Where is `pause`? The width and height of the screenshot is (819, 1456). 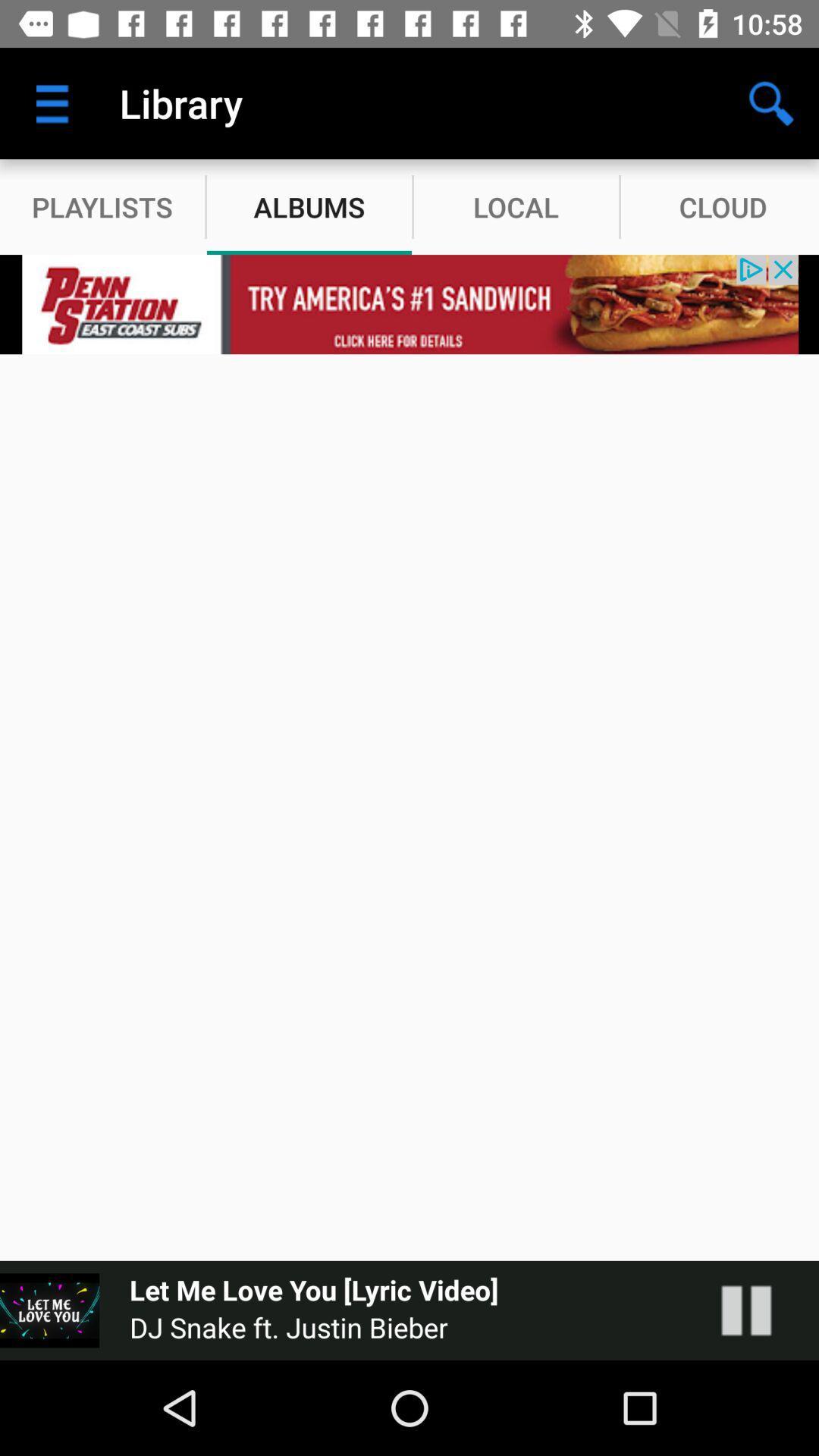
pause is located at coordinates (761, 1310).